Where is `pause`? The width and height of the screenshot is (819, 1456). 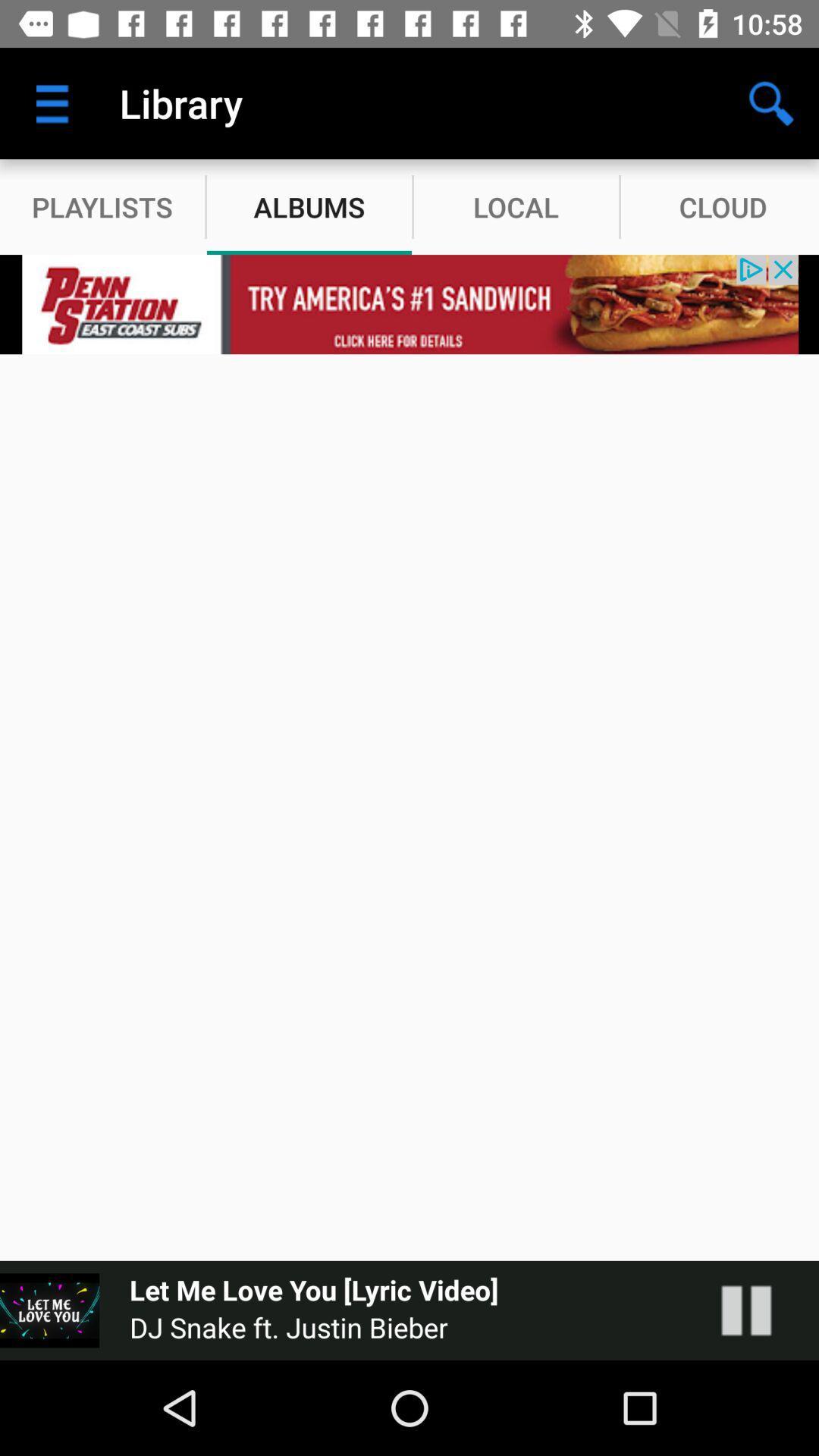
pause is located at coordinates (761, 1310).